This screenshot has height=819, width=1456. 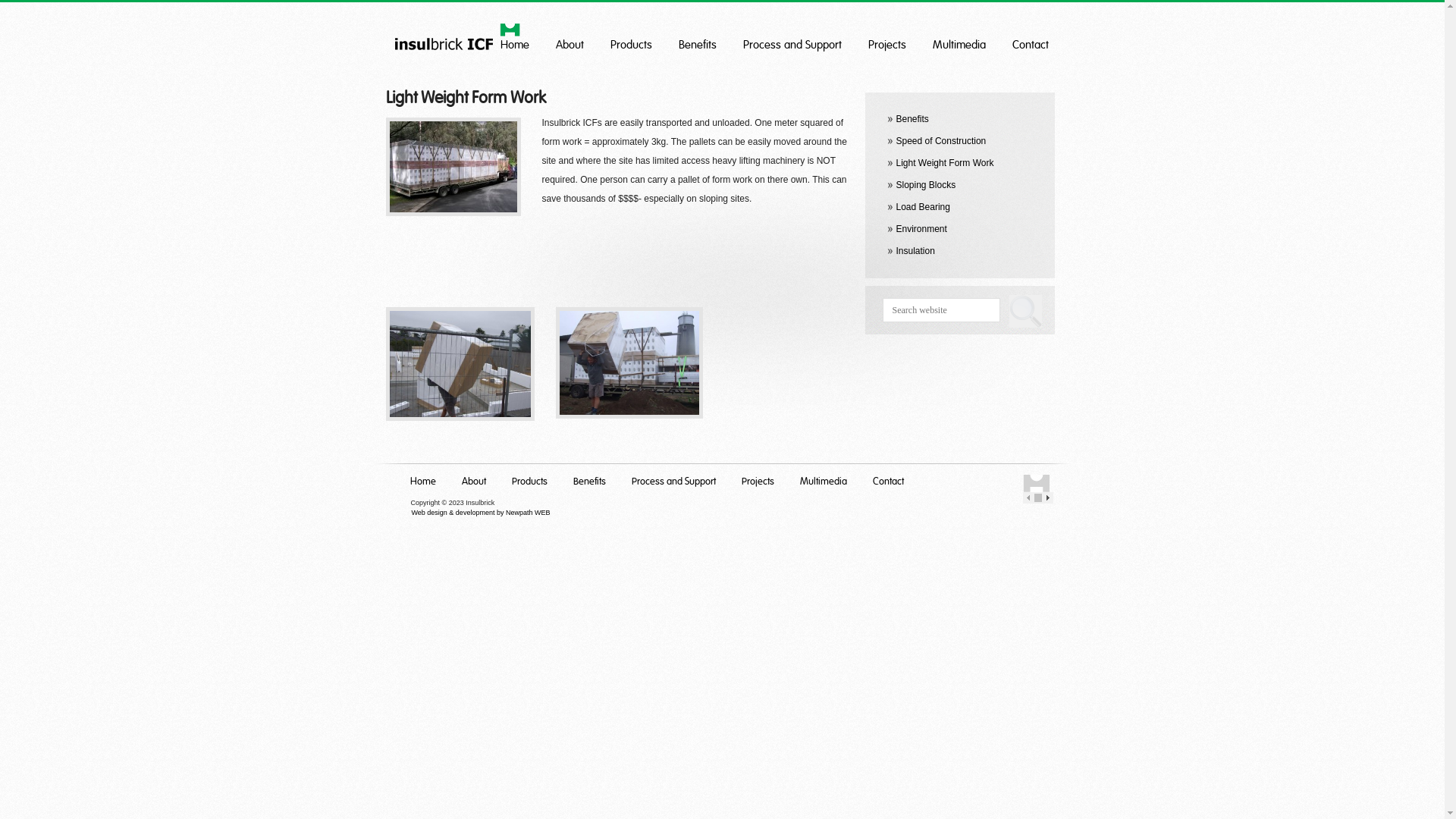 I want to click on 'Environment', so click(x=921, y=228).